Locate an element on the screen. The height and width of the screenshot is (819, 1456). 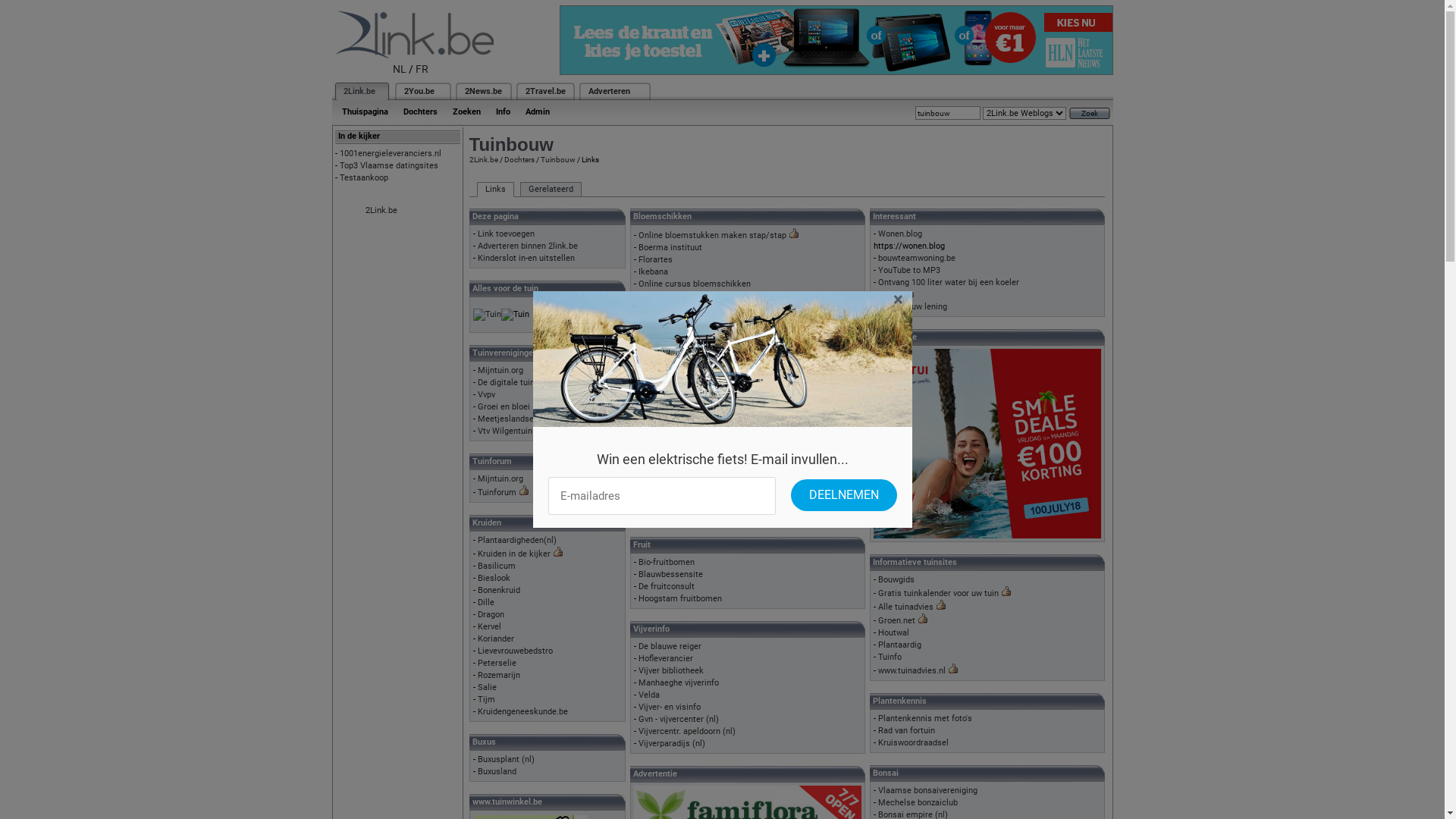
'Manhaeghe vijverinfo' is located at coordinates (677, 682).